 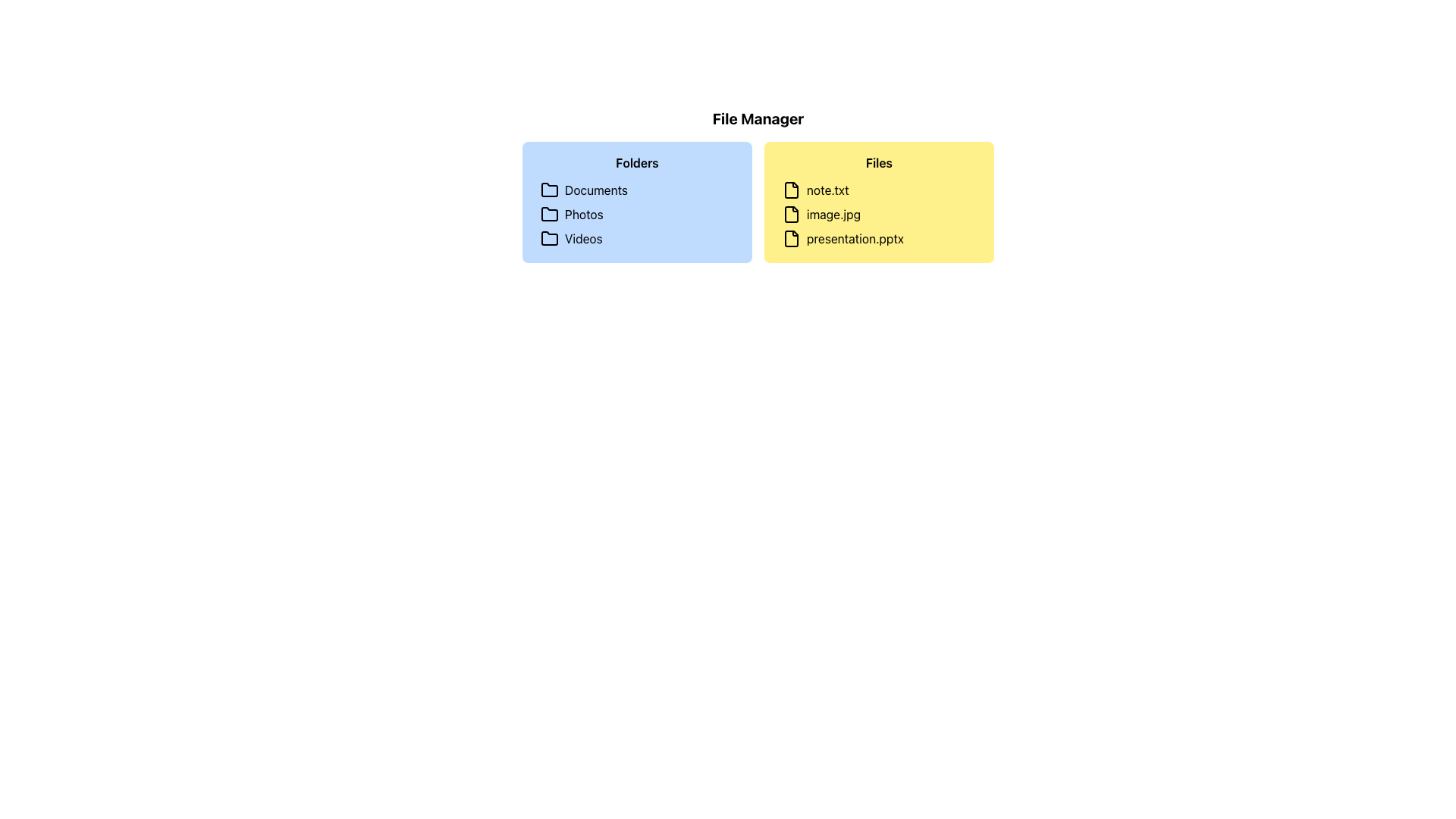 What do you see at coordinates (790, 189) in the screenshot?
I see `the first file icon in the 'Files' section of the file manager UI, which is represented by a yellow document shape with a folded top-right corner` at bounding box center [790, 189].